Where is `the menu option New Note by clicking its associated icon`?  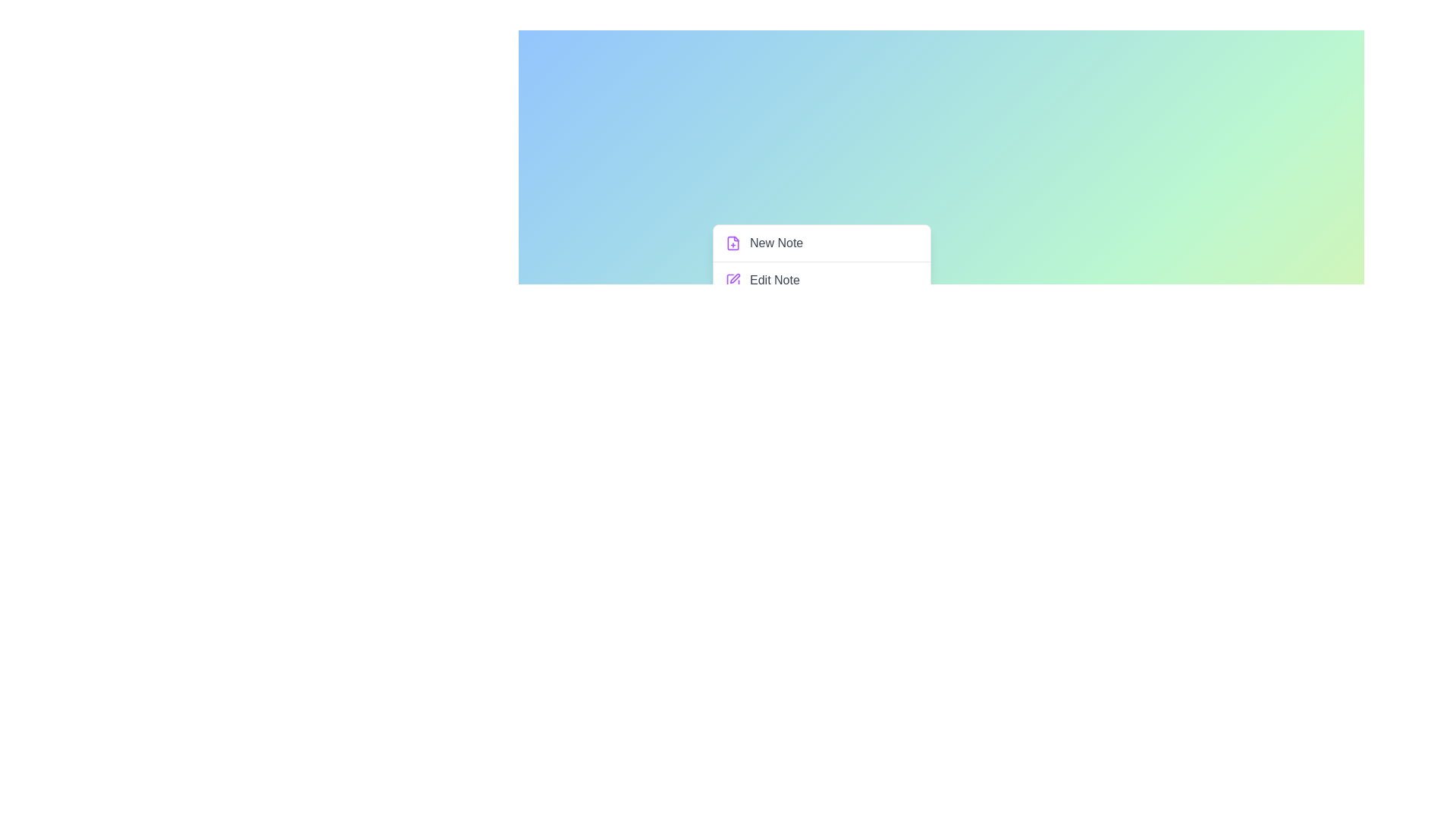
the menu option New Note by clicking its associated icon is located at coordinates (733, 242).